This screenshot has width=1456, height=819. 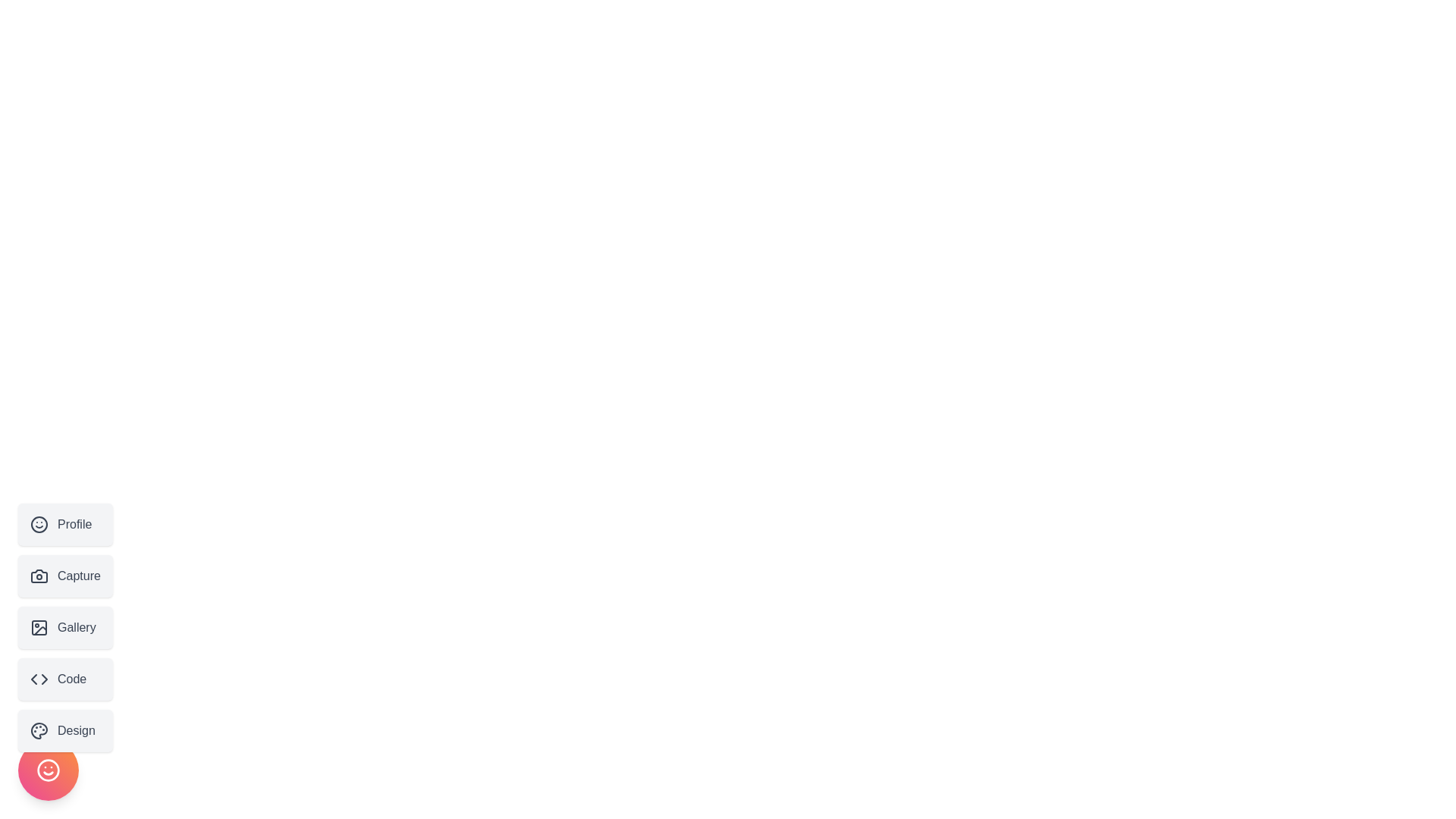 What do you see at coordinates (44, 678) in the screenshot?
I see `the rightward-pointing arrowhead vector graphic within the 'Code' button icon, which is the second arrowhead in the SVG element` at bounding box center [44, 678].